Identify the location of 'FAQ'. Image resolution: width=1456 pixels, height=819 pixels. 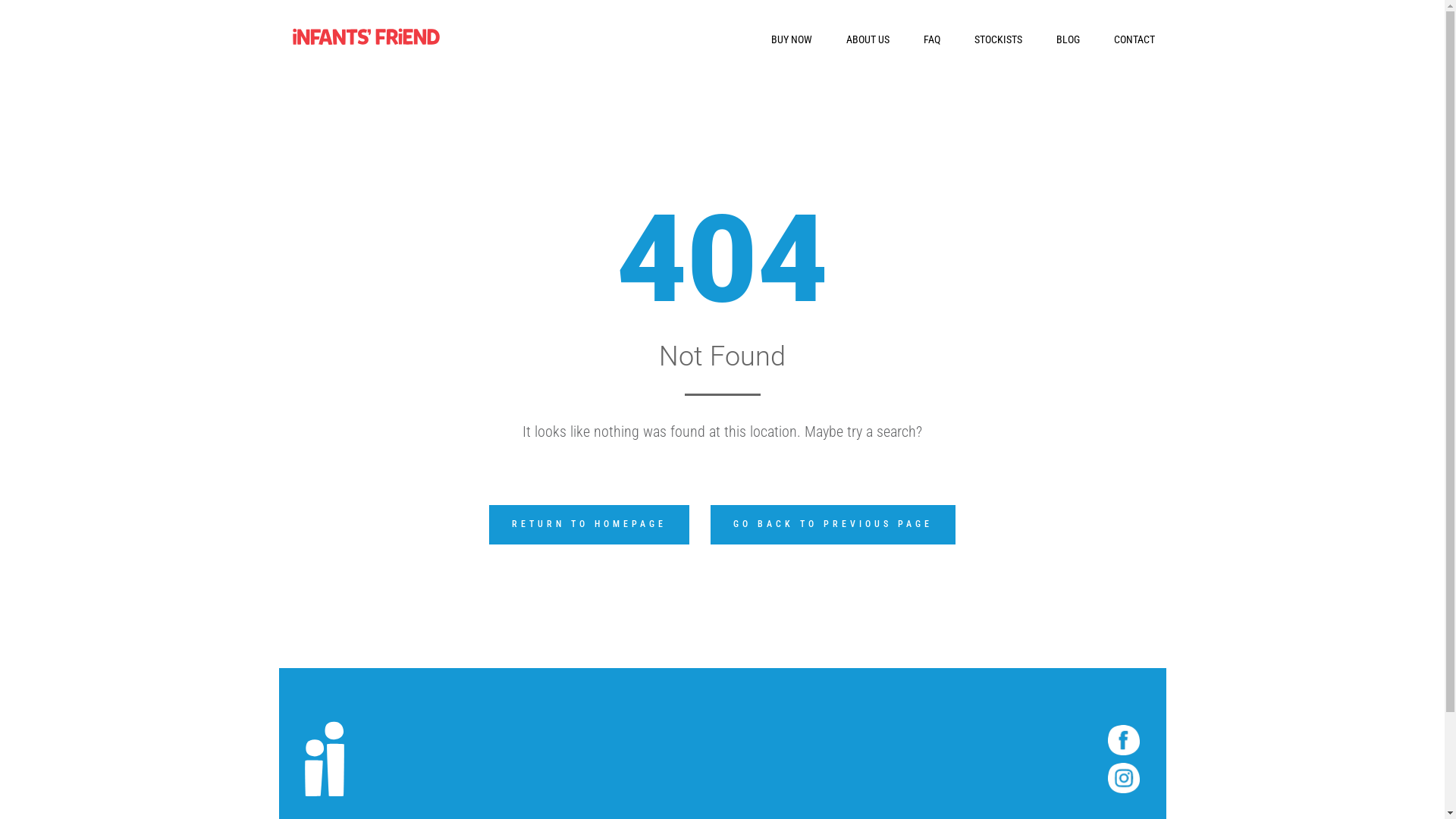
(930, 38).